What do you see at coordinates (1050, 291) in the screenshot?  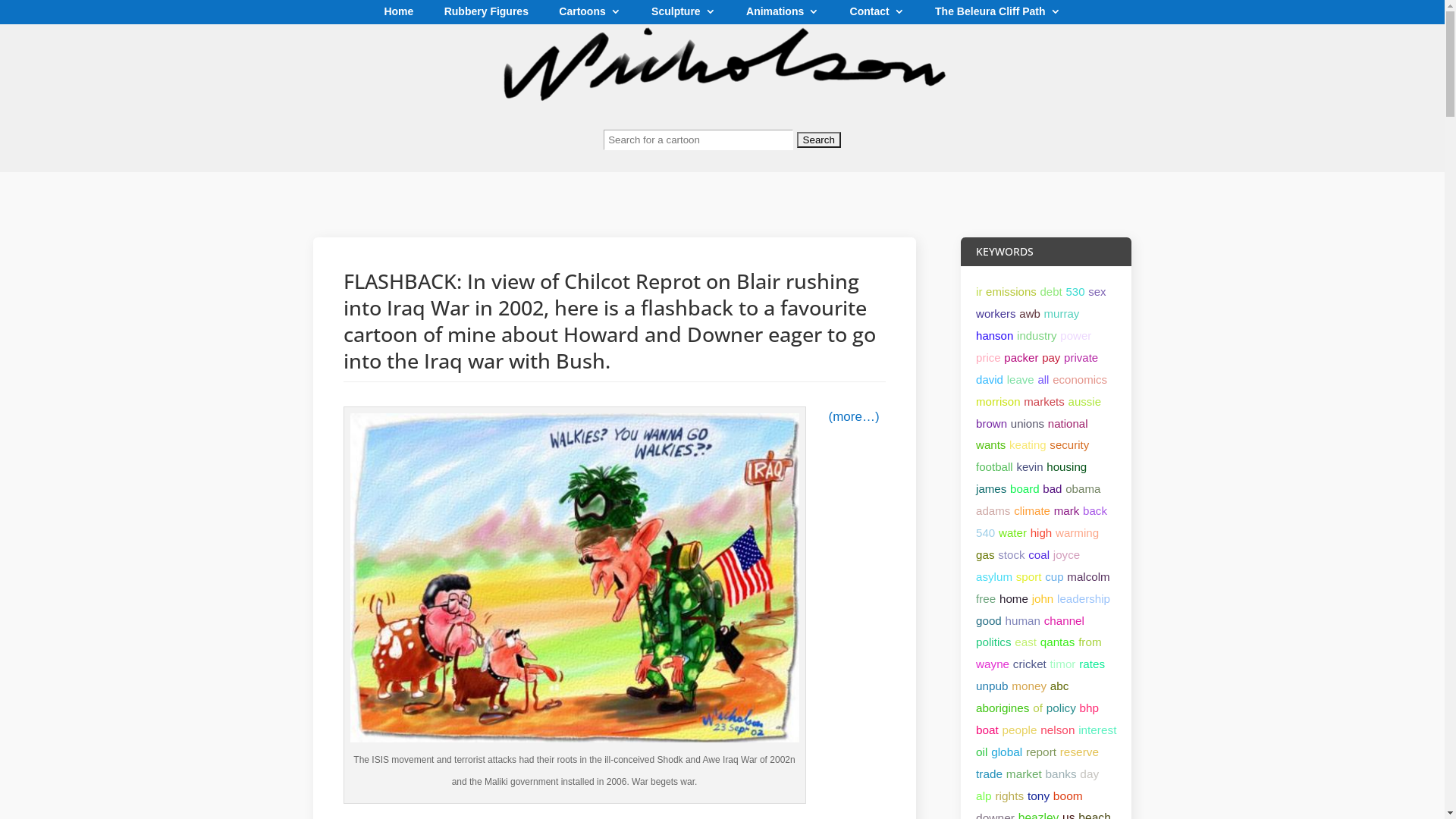 I see `'debt'` at bounding box center [1050, 291].